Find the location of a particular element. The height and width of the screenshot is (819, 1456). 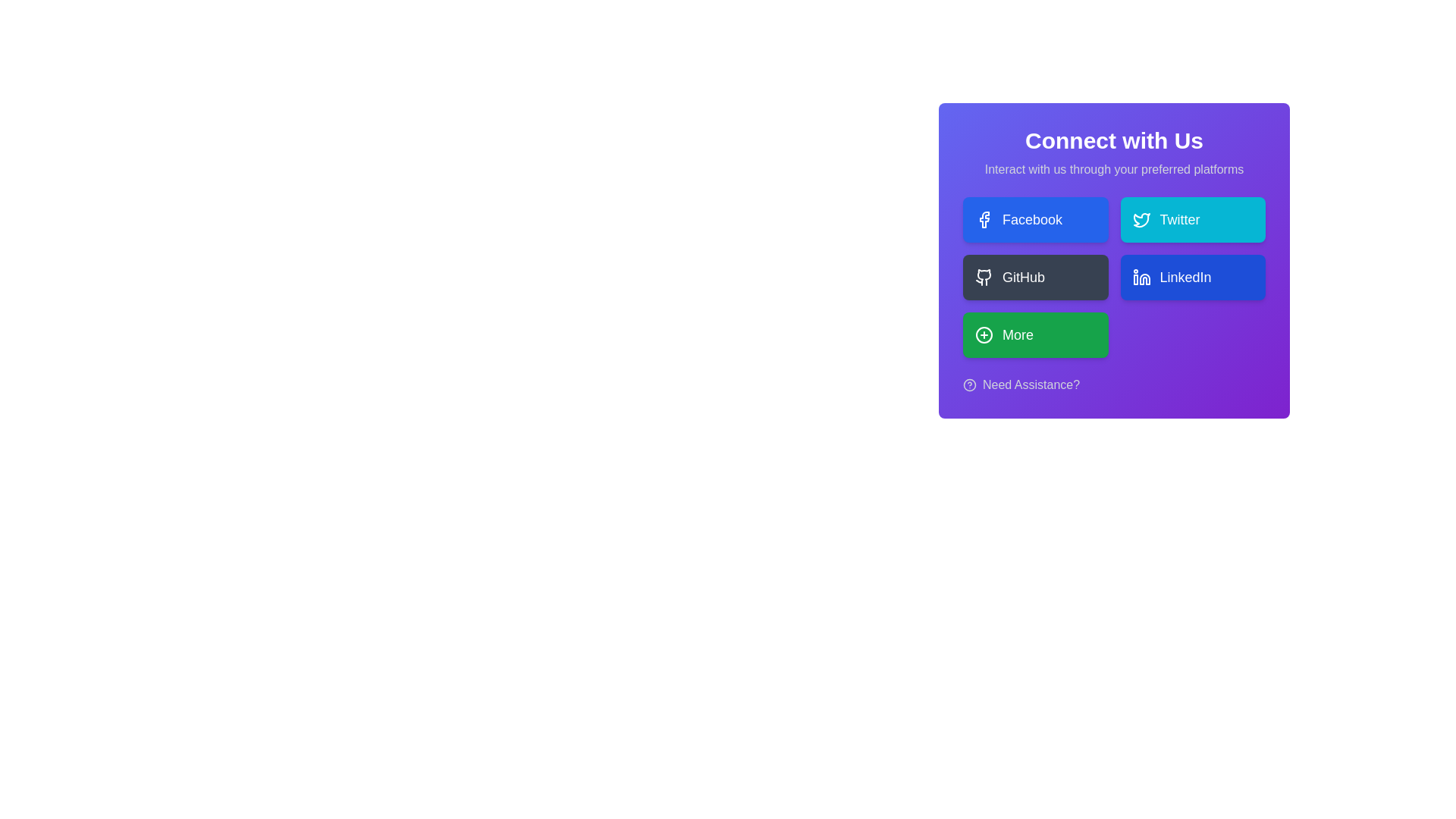

the circle element within the SVG graphic, which has a radius of 10 and is located near the bottom-right of the layout next to the 'Need Assistance?' label is located at coordinates (968, 384).